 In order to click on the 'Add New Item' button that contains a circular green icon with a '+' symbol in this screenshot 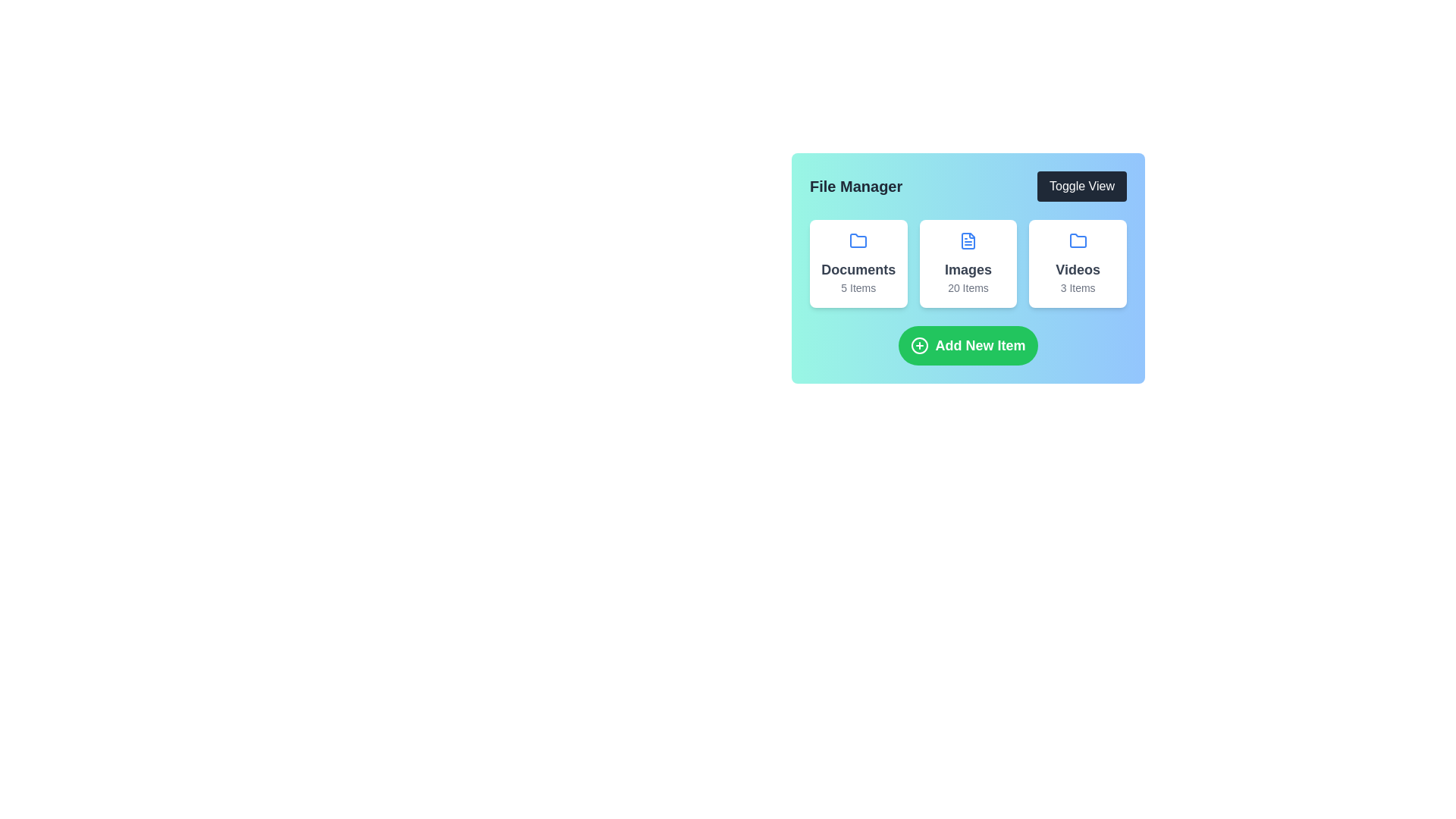, I will do `click(919, 345)`.